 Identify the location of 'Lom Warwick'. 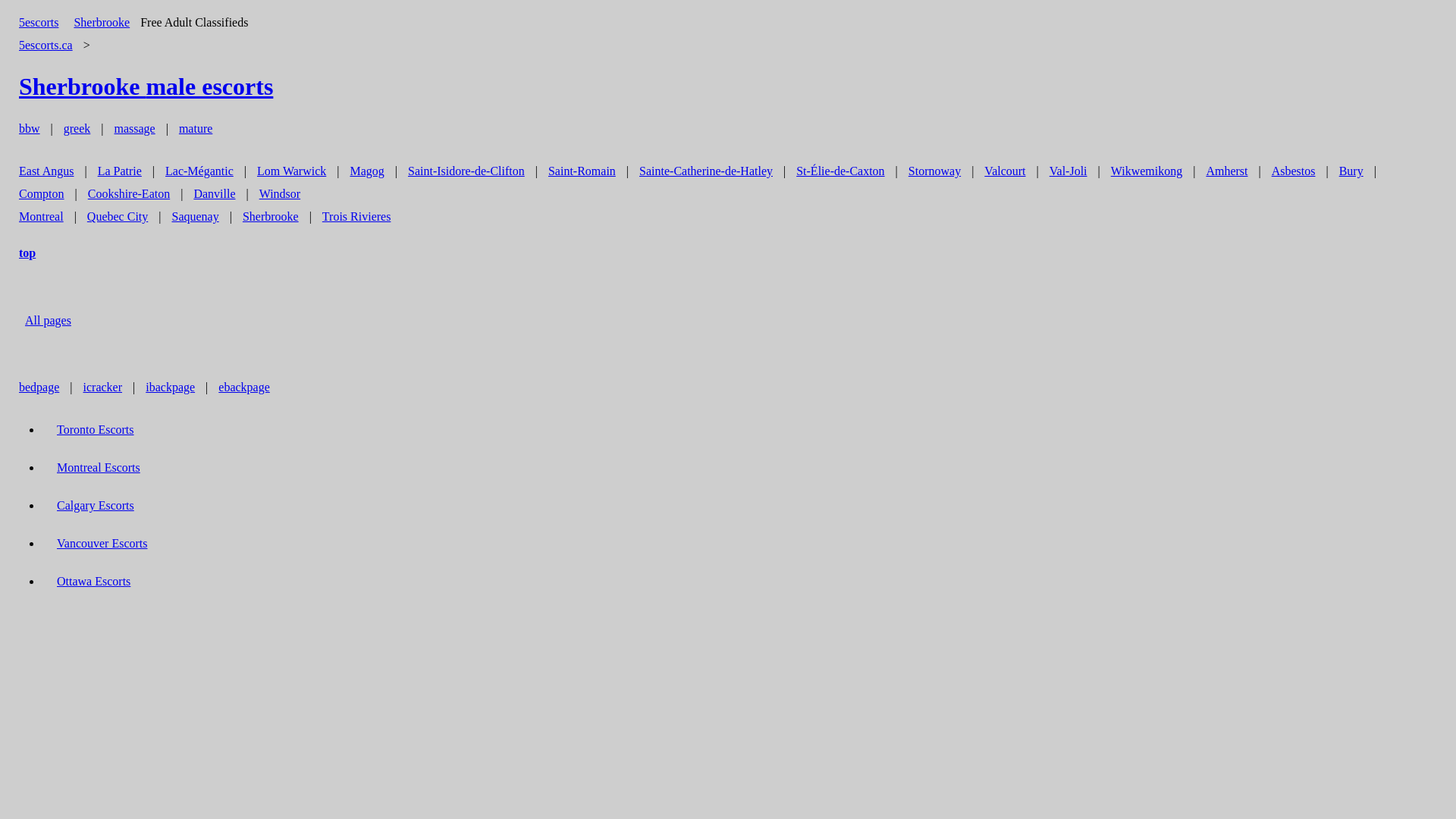
(291, 171).